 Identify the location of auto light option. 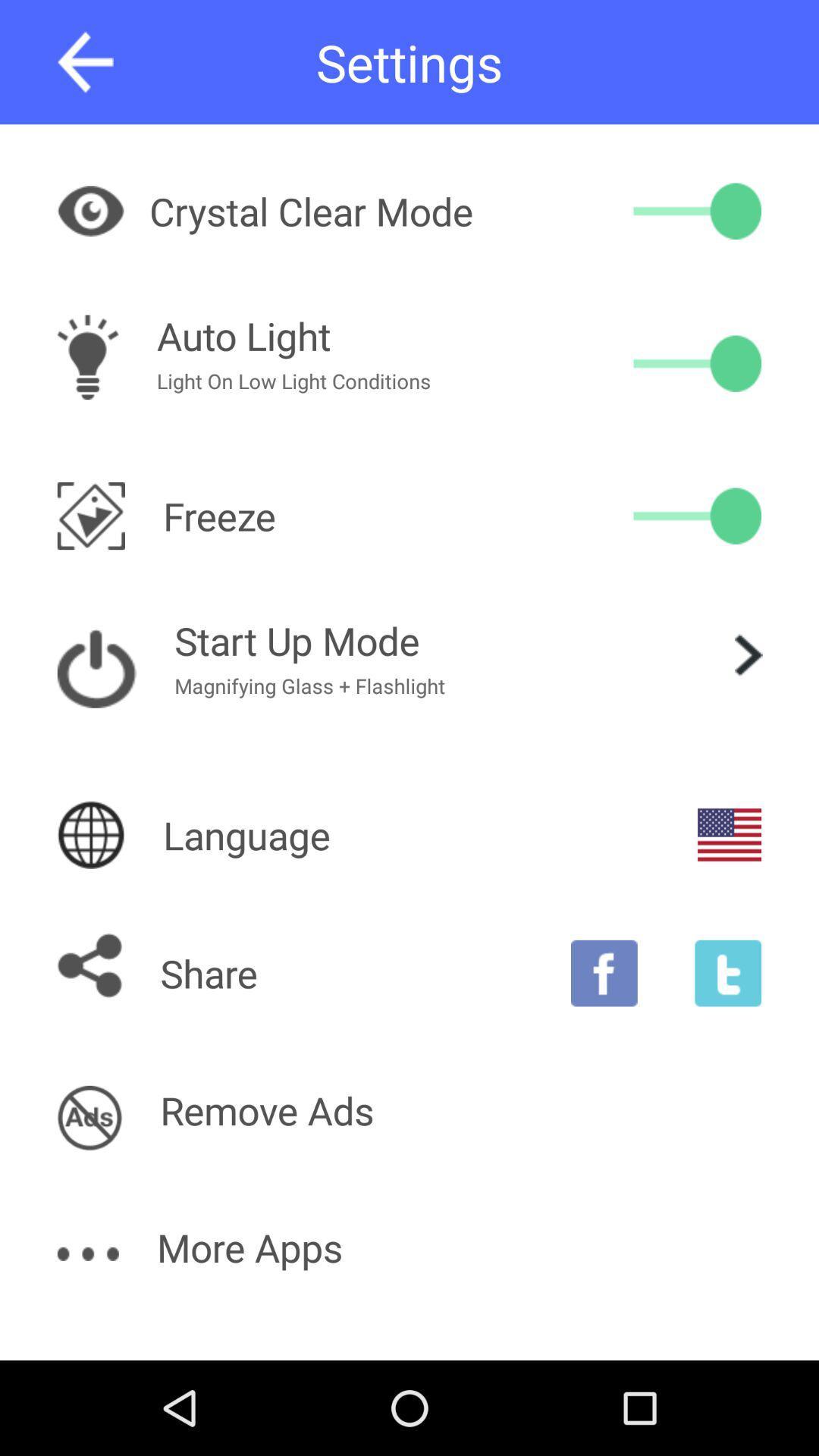
(697, 362).